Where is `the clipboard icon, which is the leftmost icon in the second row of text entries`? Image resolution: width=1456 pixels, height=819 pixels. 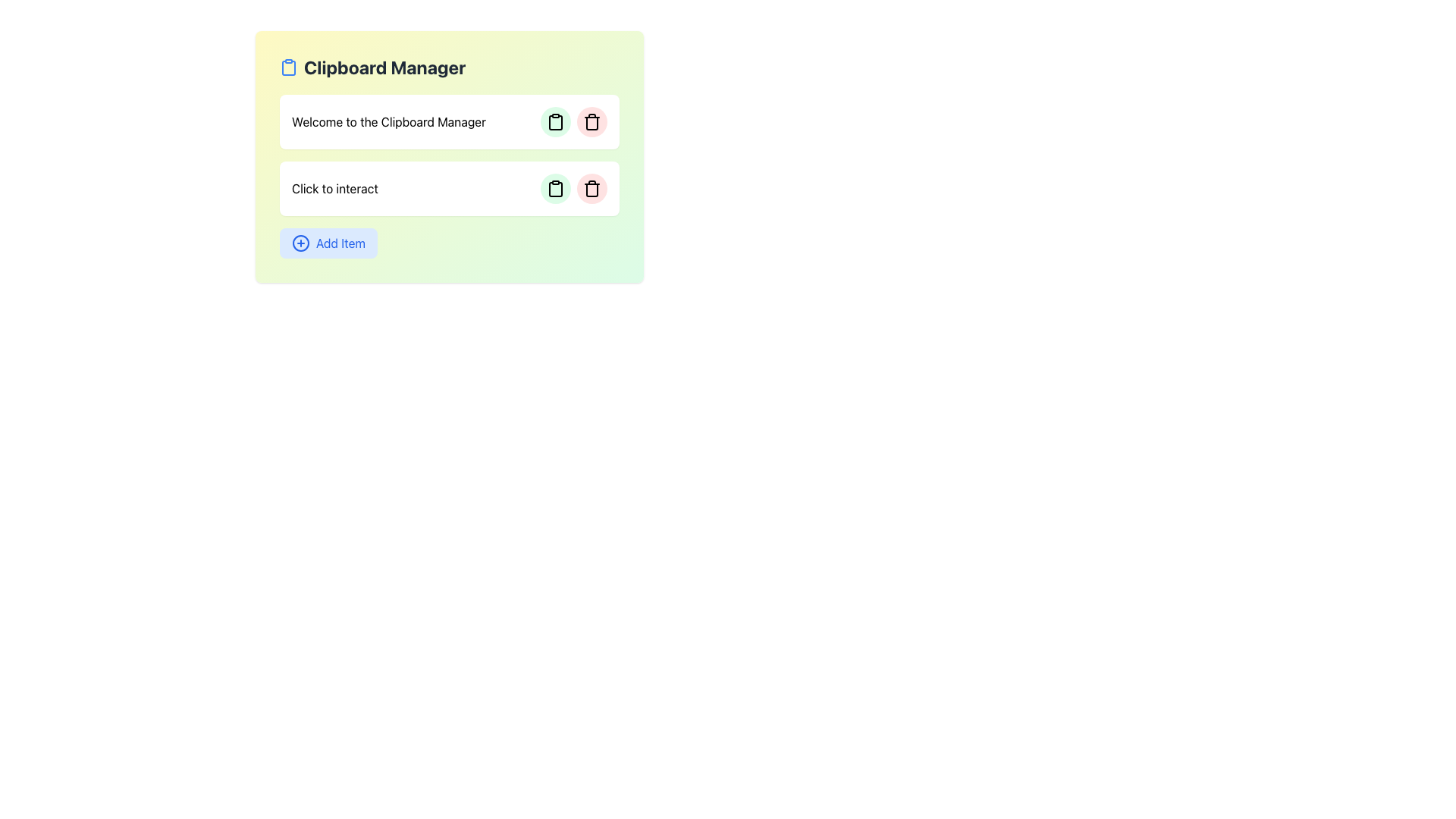 the clipboard icon, which is the leftmost icon in the second row of text entries is located at coordinates (555, 122).